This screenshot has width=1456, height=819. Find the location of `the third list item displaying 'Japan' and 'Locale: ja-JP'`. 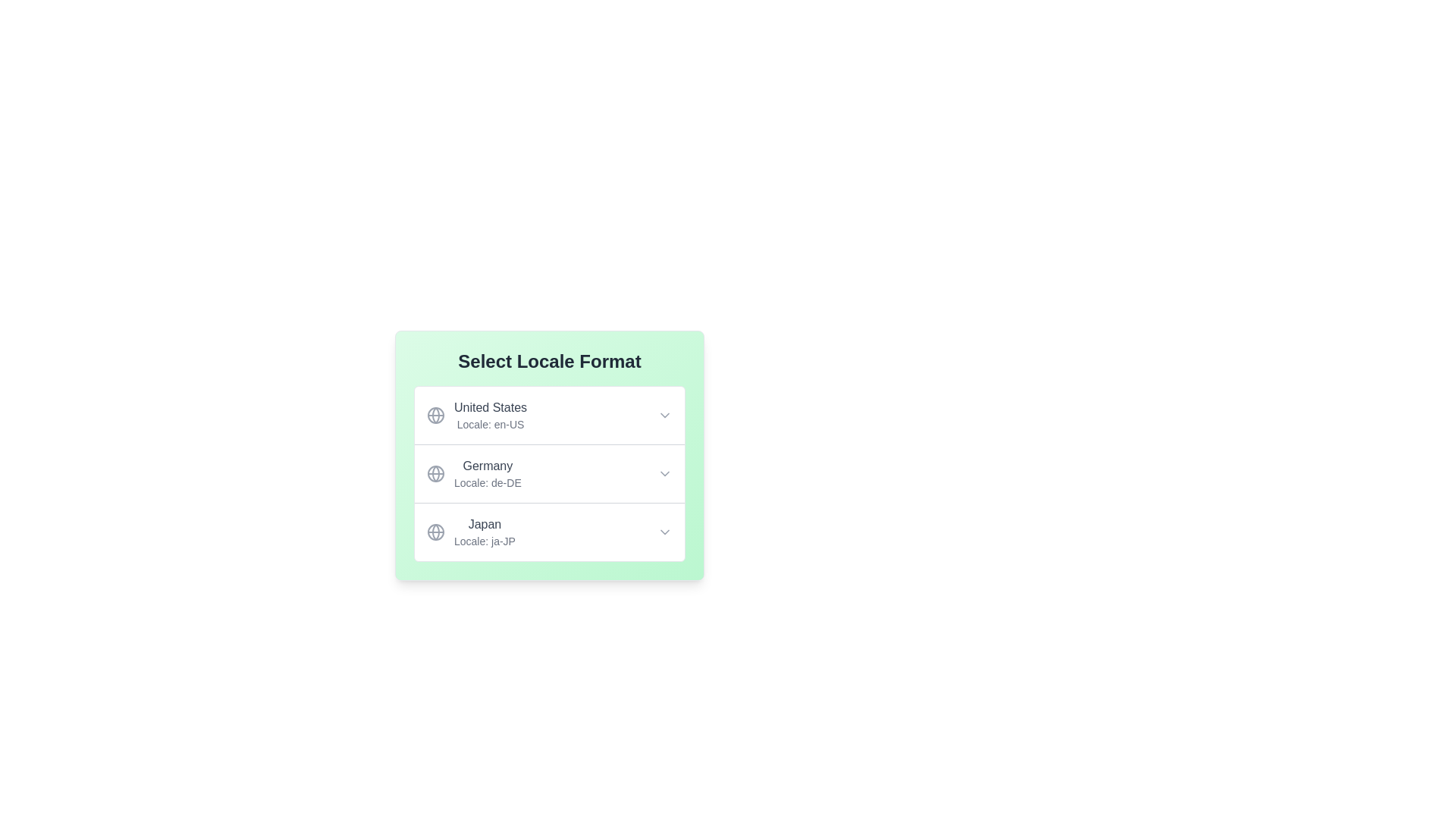

the third list item displaying 'Japan' and 'Locale: ja-JP' is located at coordinates (548, 531).